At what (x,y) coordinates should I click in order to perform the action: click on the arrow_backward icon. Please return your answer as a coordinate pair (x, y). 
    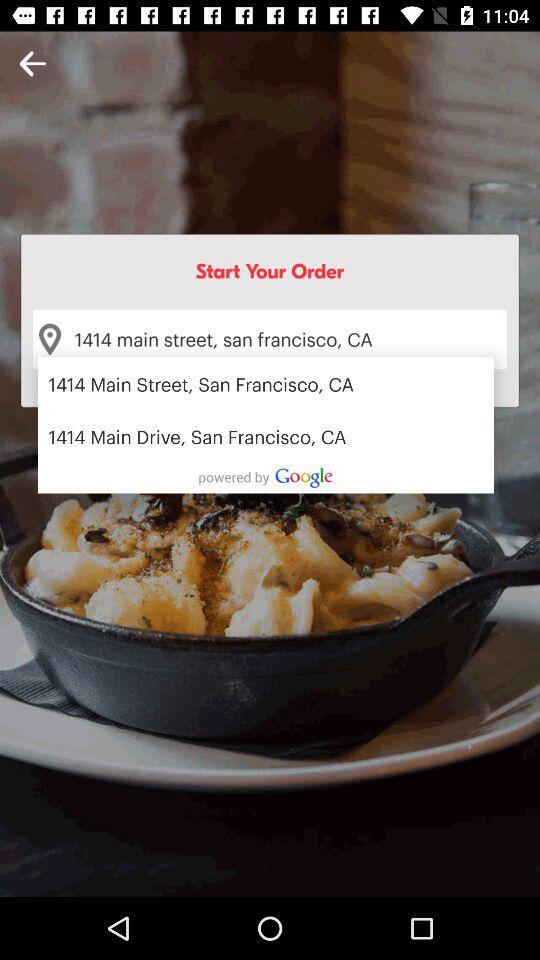
    Looking at the image, I should click on (31, 64).